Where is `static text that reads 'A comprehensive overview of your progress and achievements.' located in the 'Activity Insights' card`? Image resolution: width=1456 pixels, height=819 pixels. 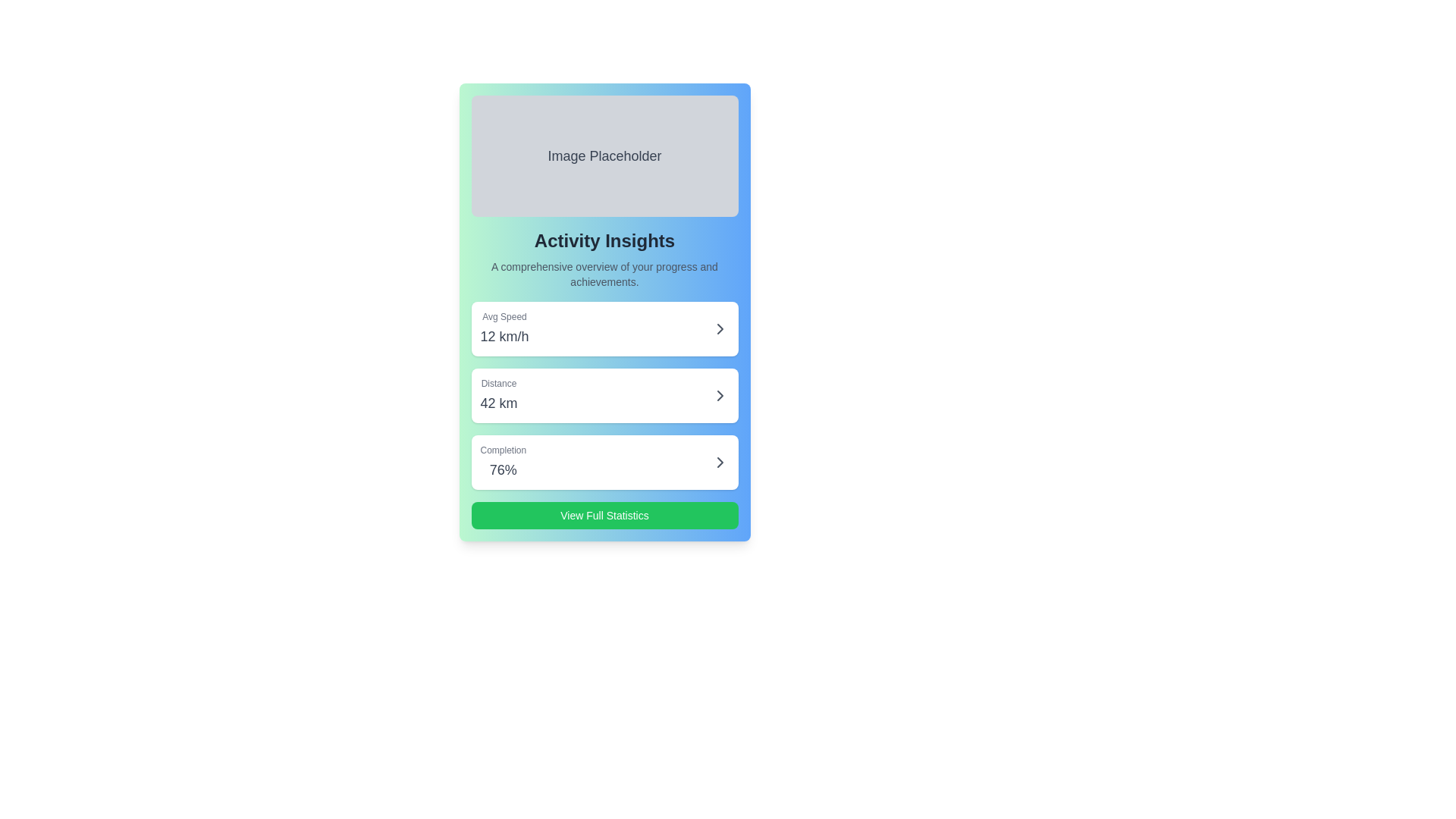
static text that reads 'A comprehensive overview of your progress and achievements.' located in the 'Activity Insights' card is located at coordinates (604, 275).